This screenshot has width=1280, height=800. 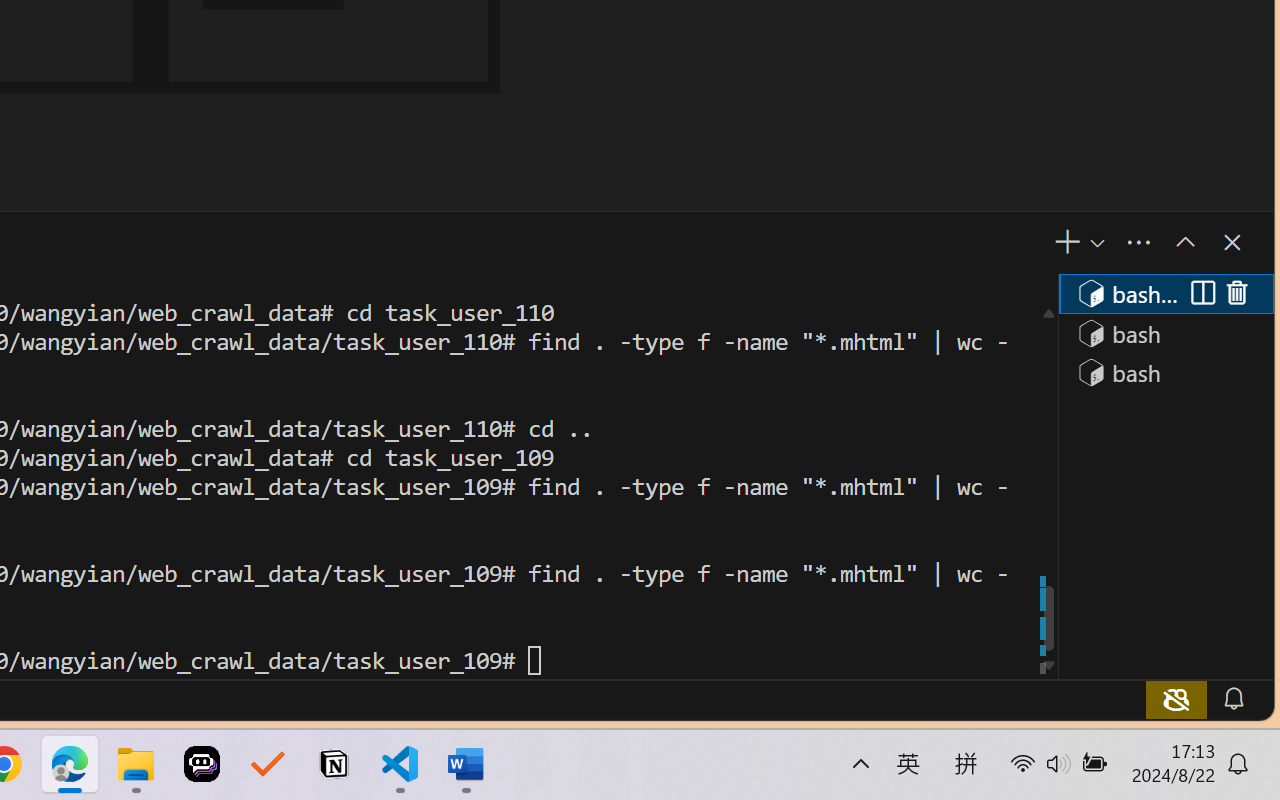 What do you see at coordinates (1175, 698) in the screenshot?
I see `'copilot-notconnected, Copilot error (click for details)'` at bounding box center [1175, 698].